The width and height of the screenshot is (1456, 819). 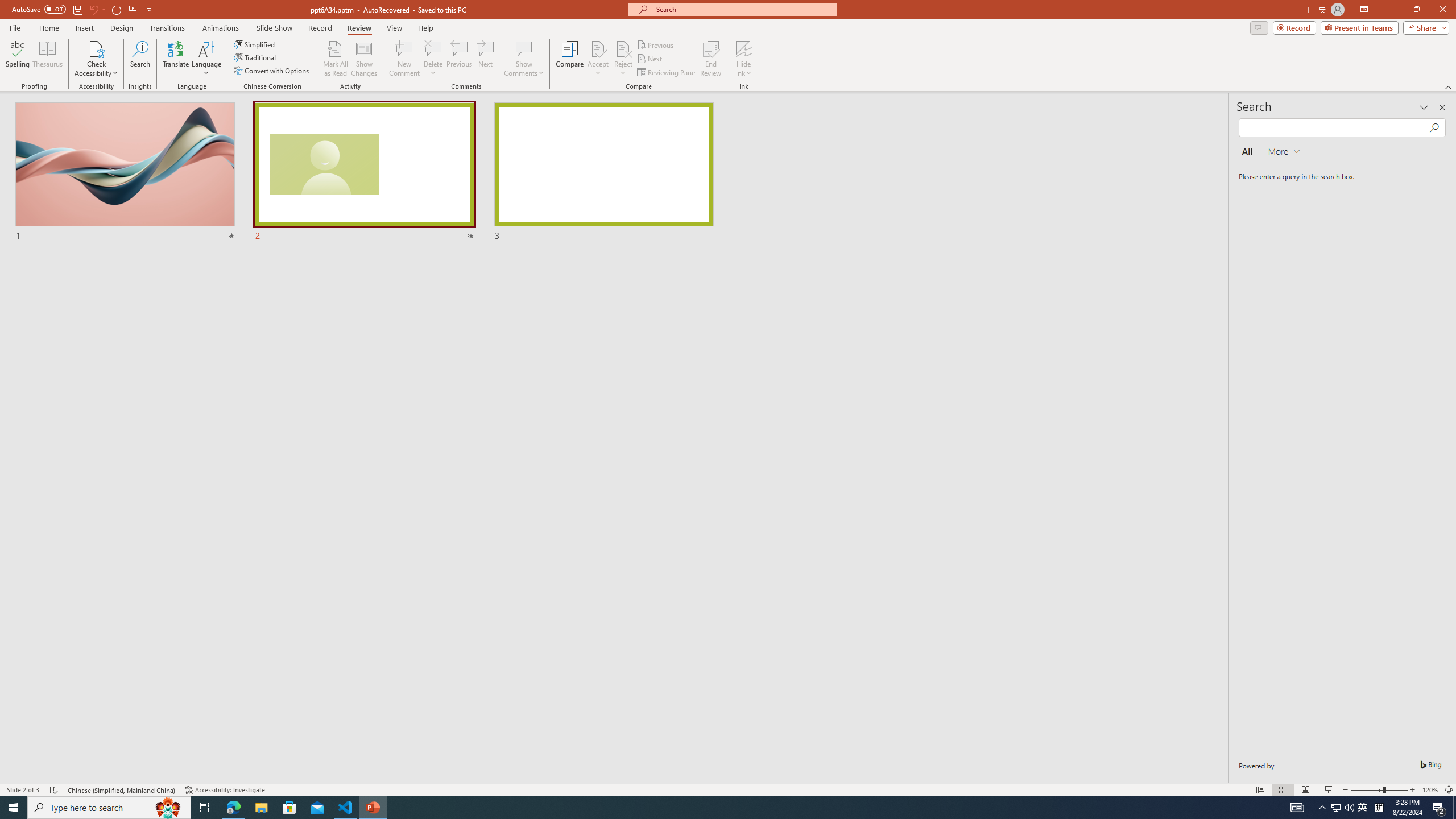 I want to click on 'Compare', so click(x=570, y=59).